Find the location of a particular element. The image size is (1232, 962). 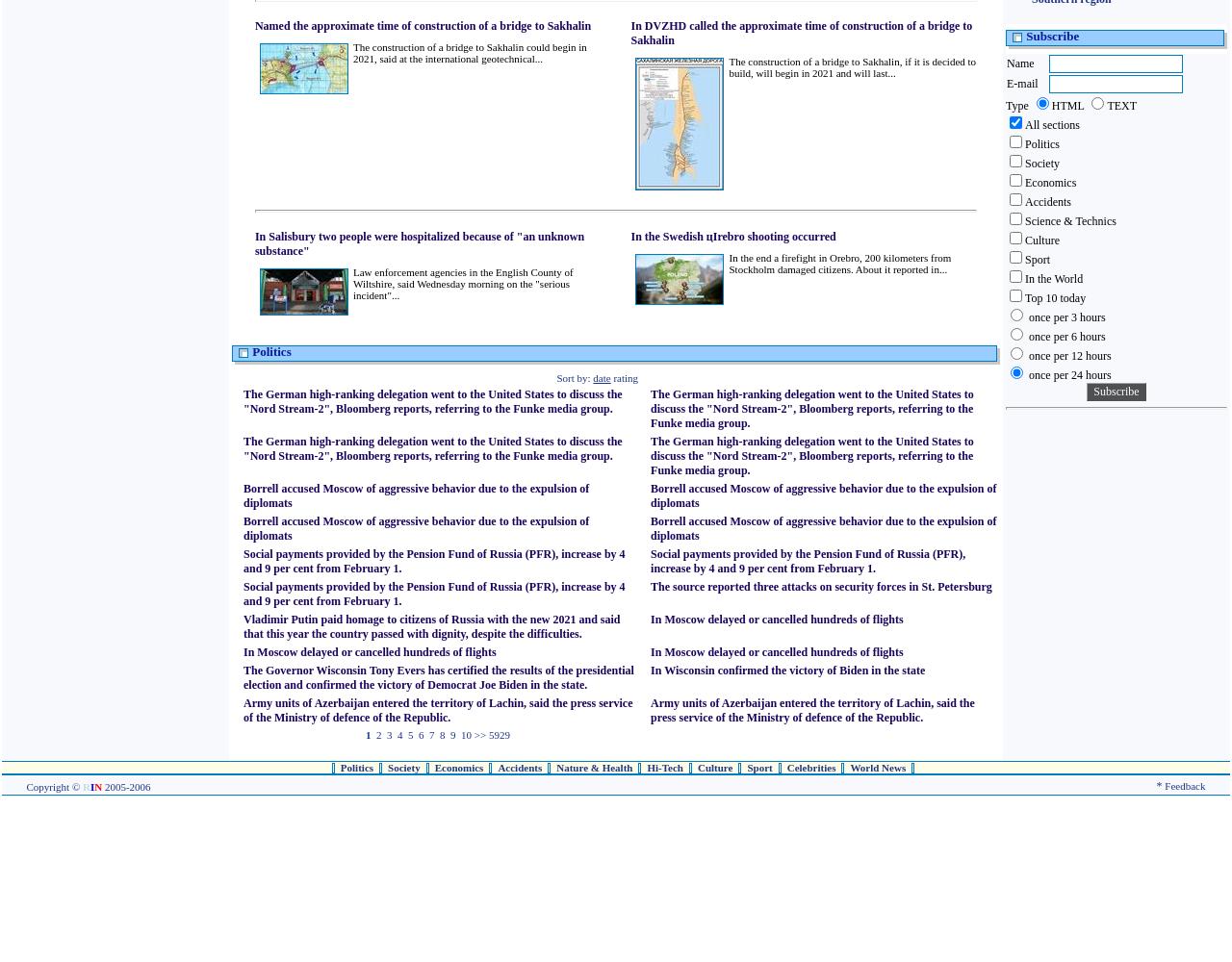

'The construction of a bridge to Sakhalin could begin in 2021, said at the international geotechnical...' is located at coordinates (469, 53).